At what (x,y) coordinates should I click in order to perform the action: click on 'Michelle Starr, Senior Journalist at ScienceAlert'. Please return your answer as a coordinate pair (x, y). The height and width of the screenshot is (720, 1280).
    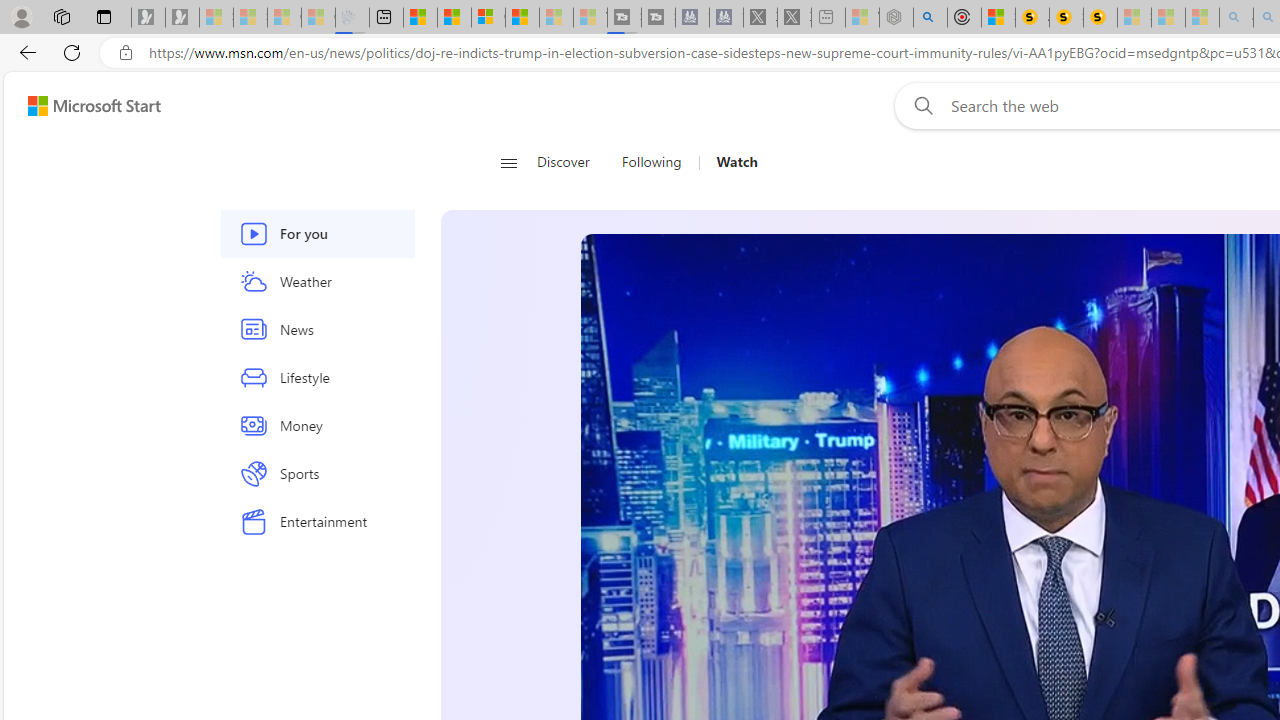
    Looking at the image, I should click on (1099, 17).